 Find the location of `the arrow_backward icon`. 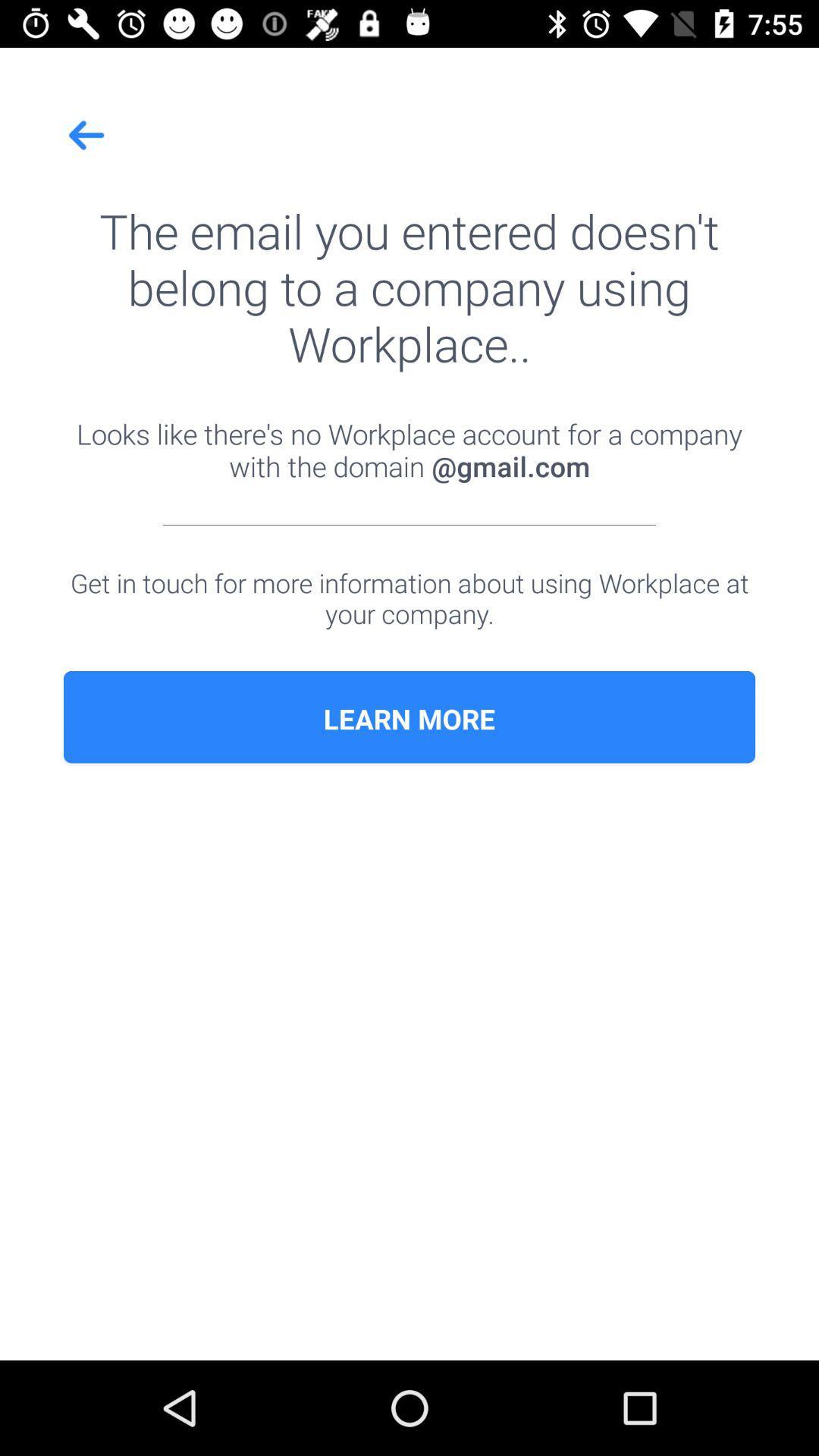

the arrow_backward icon is located at coordinates (87, 135).